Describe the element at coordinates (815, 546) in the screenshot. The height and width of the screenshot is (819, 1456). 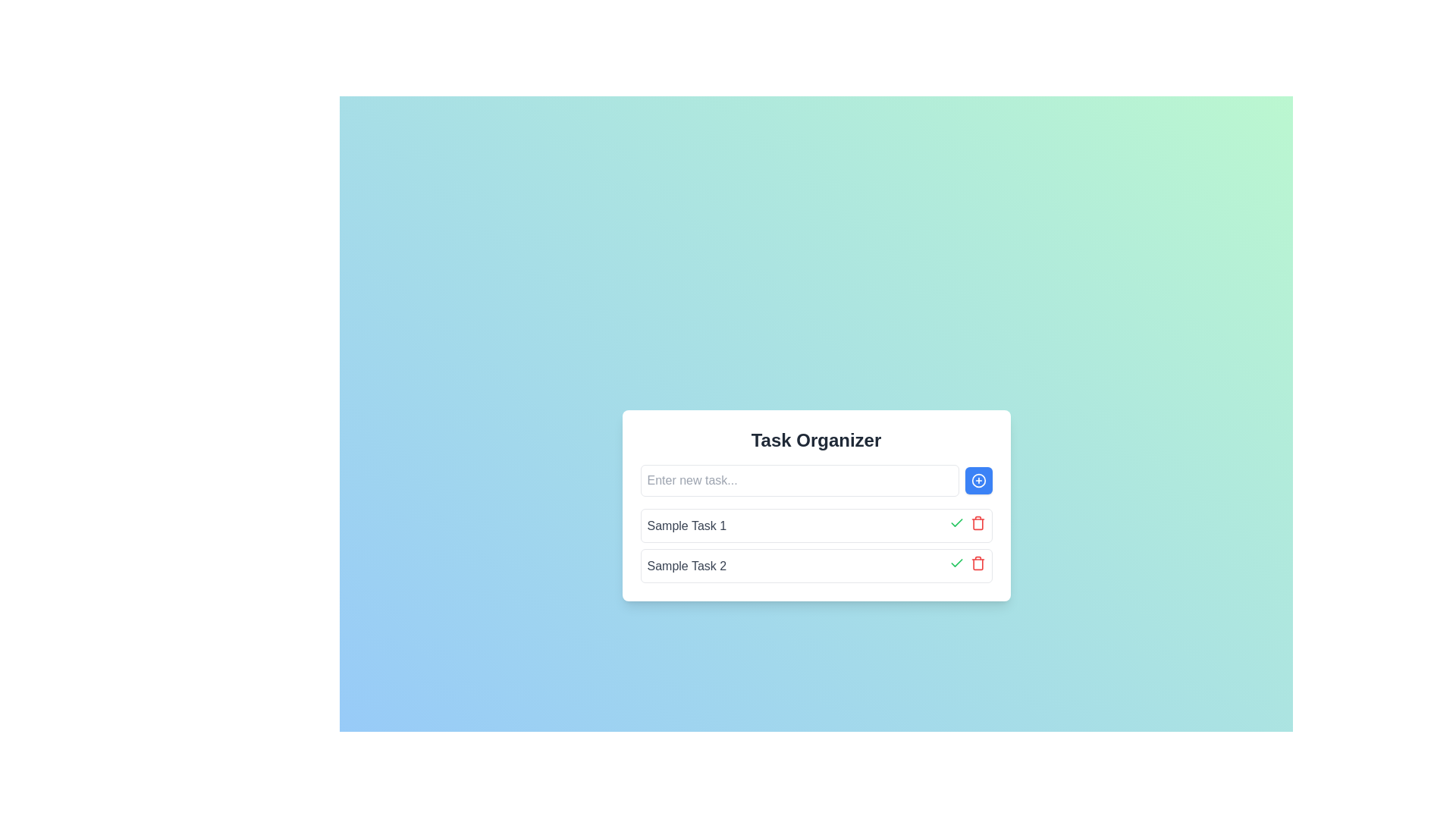
I see `task names from the List element containing 'Sample Task 1' and 'Sample Task 2' within the 'Task Organizer' panel` at that location.